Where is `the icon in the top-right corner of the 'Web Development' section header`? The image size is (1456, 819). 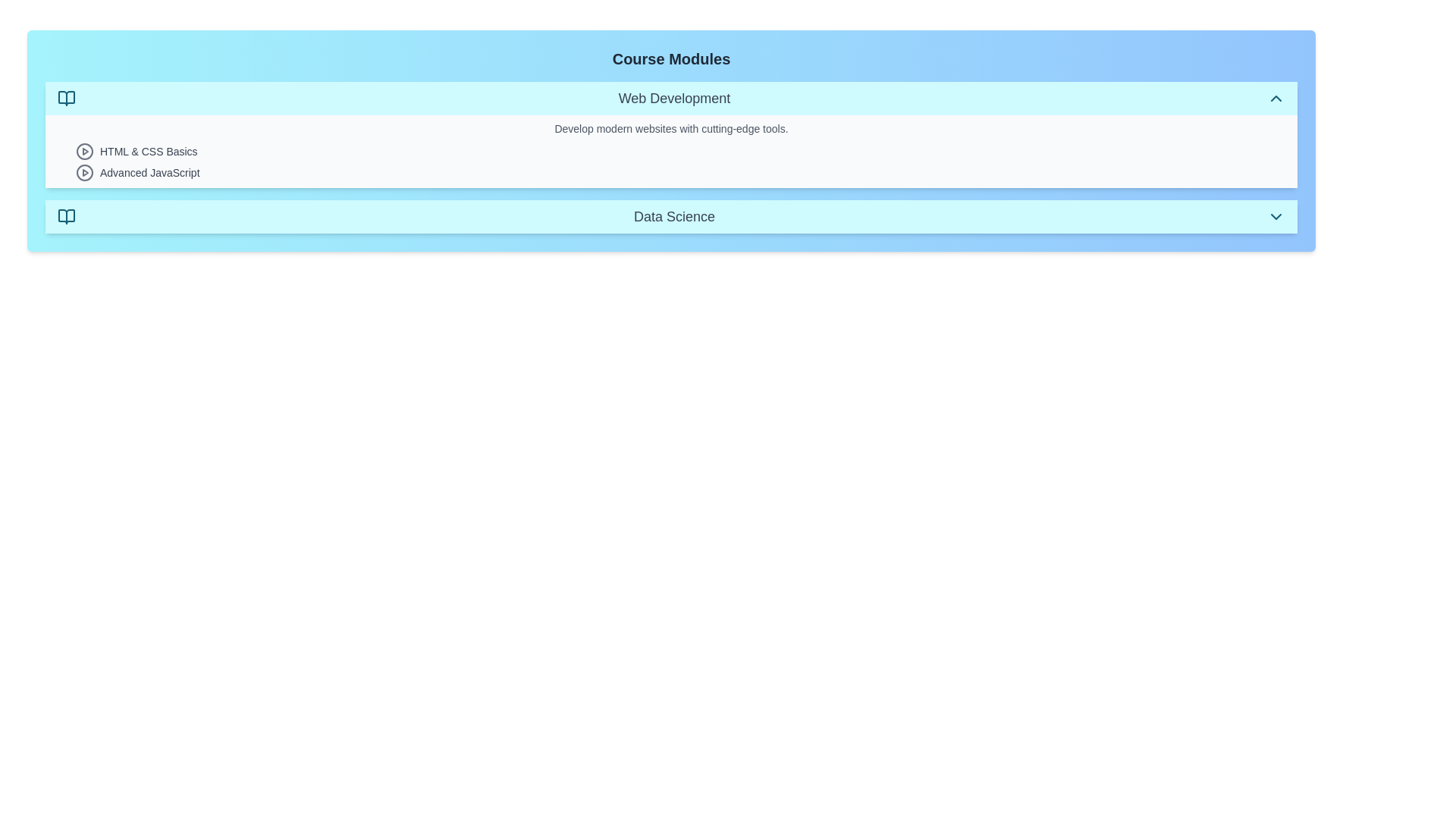 the icon in the top-right corner of the 'Web Development' section header is located at coordinates (1276, 99).